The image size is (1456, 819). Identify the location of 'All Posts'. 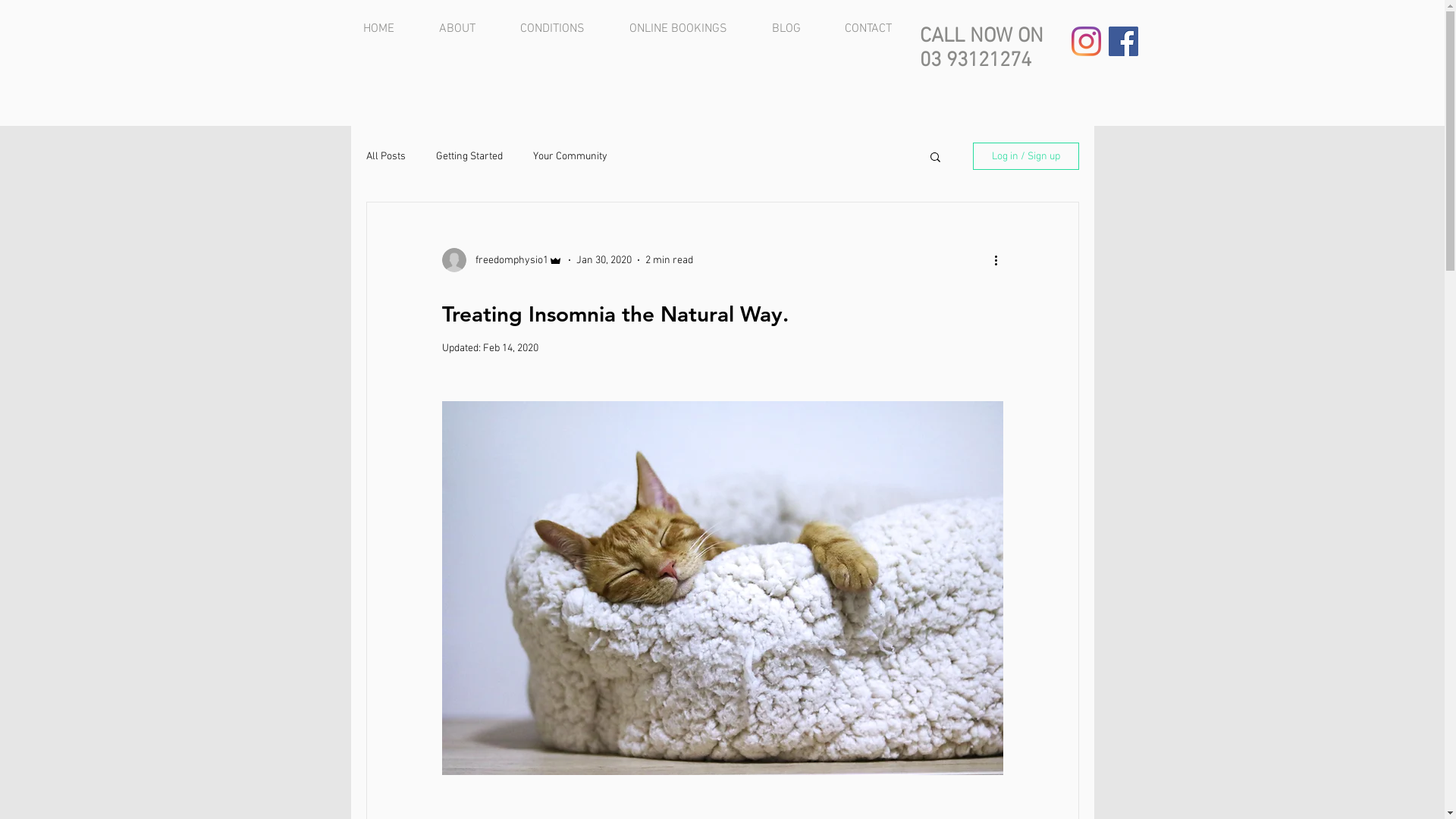
(385, 156).